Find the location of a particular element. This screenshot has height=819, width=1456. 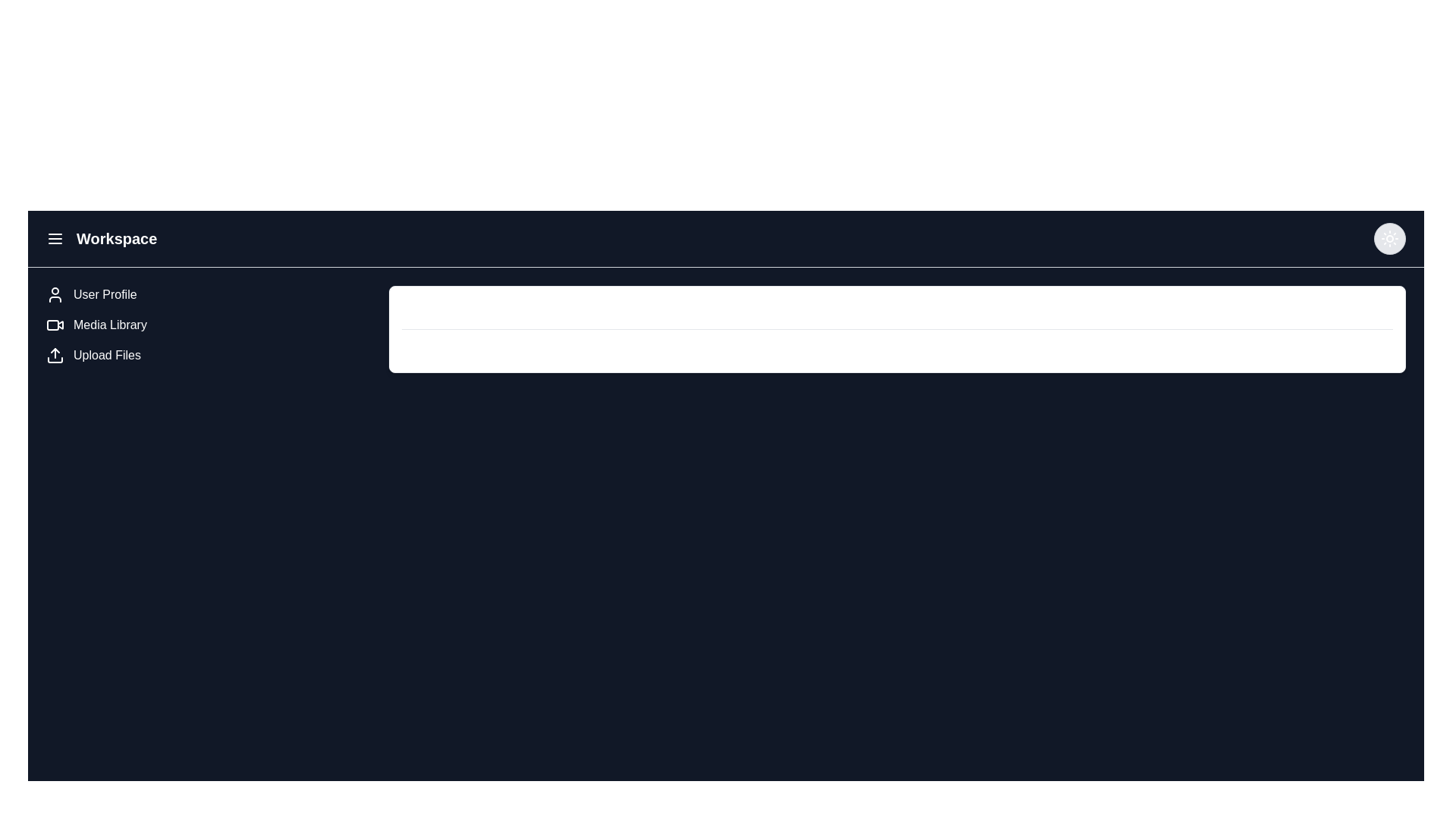

'User Profile' text label, which is displayed in white font on a dark background, positioned to the right of a user avatar icon is located at coordinates (104, 295).